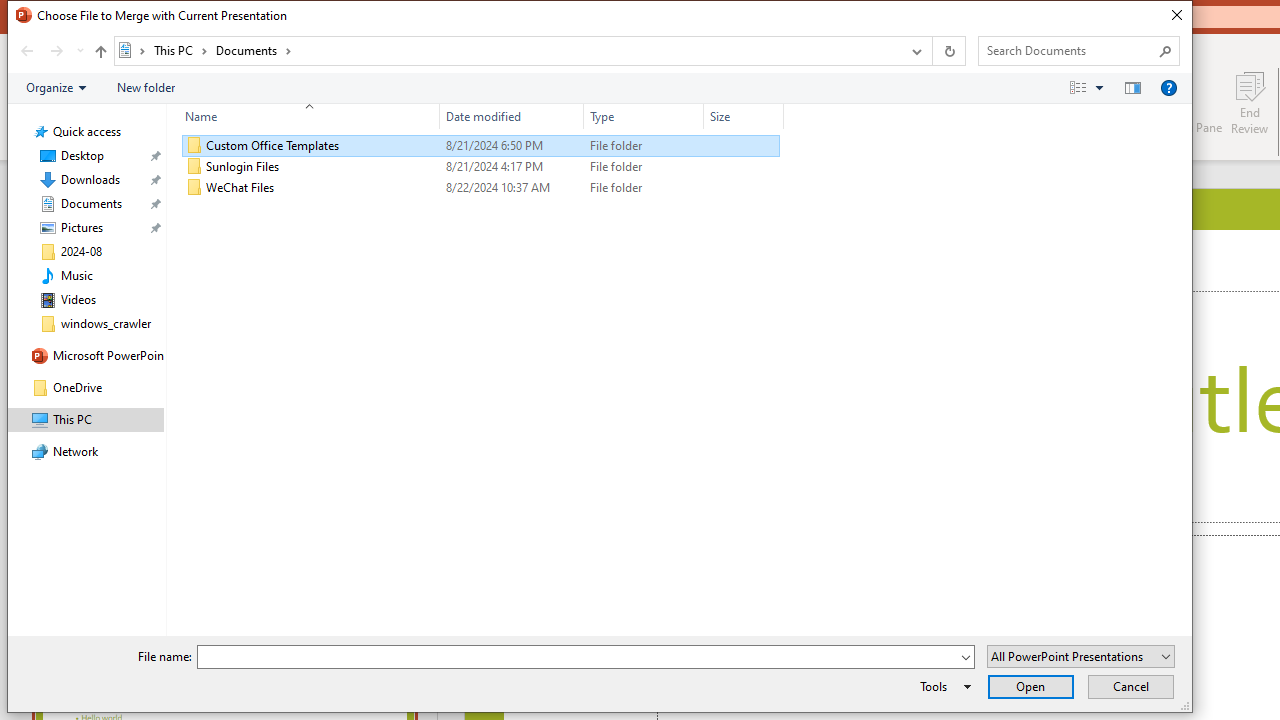 The width and height of the screenshot is (1280, 720). I want to click on 'File name:', so click(585, 657).